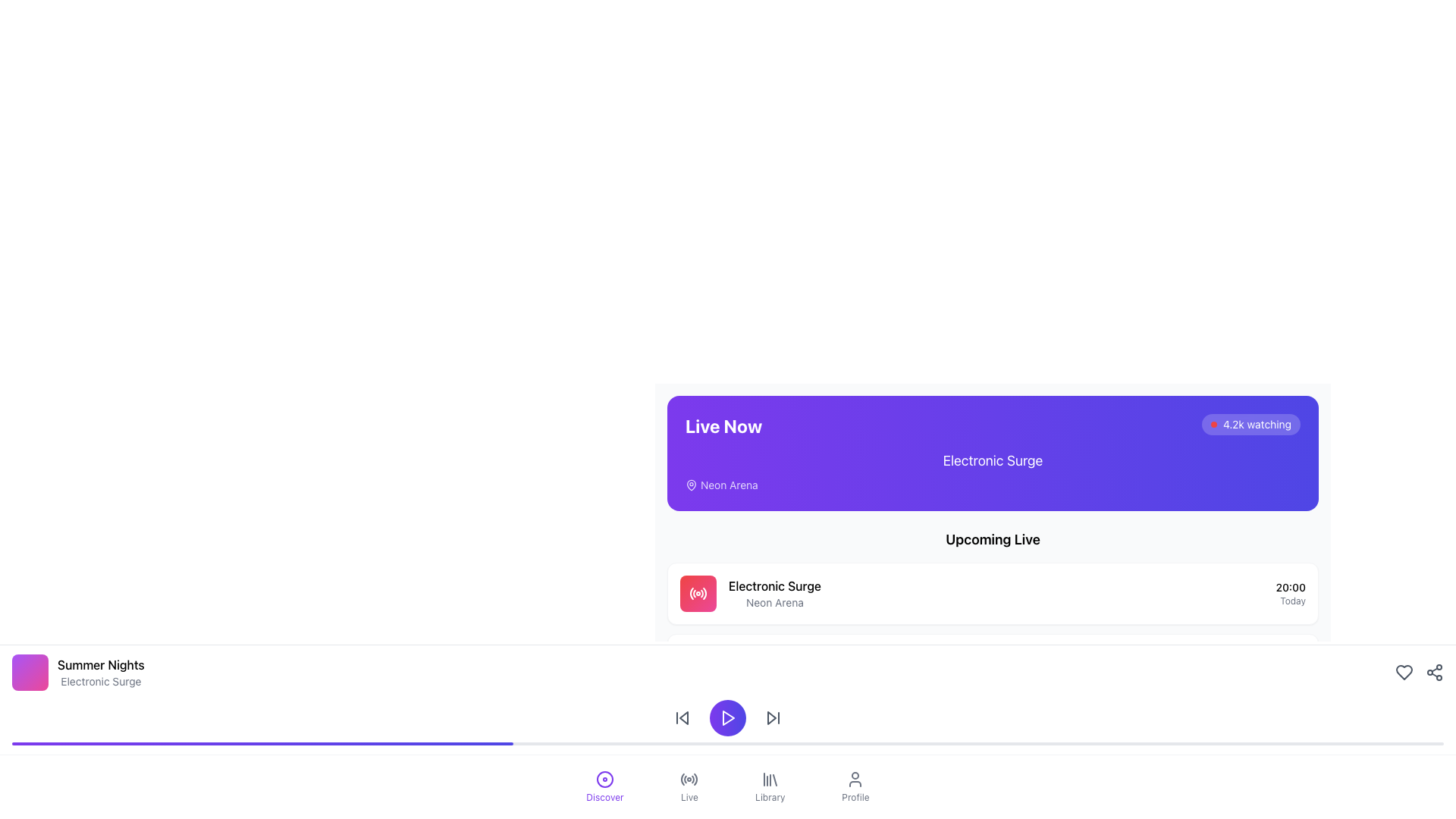 The height and width of the screenshot is (819, 1456). Describe the element at coordinates (100, 672) in the screenshot. I see `the Text Display (Dual-line) located in the bottom-left corner of the interface, adjacent to a gradient square icon, which displays a title and subtitle for a media item` at that location.